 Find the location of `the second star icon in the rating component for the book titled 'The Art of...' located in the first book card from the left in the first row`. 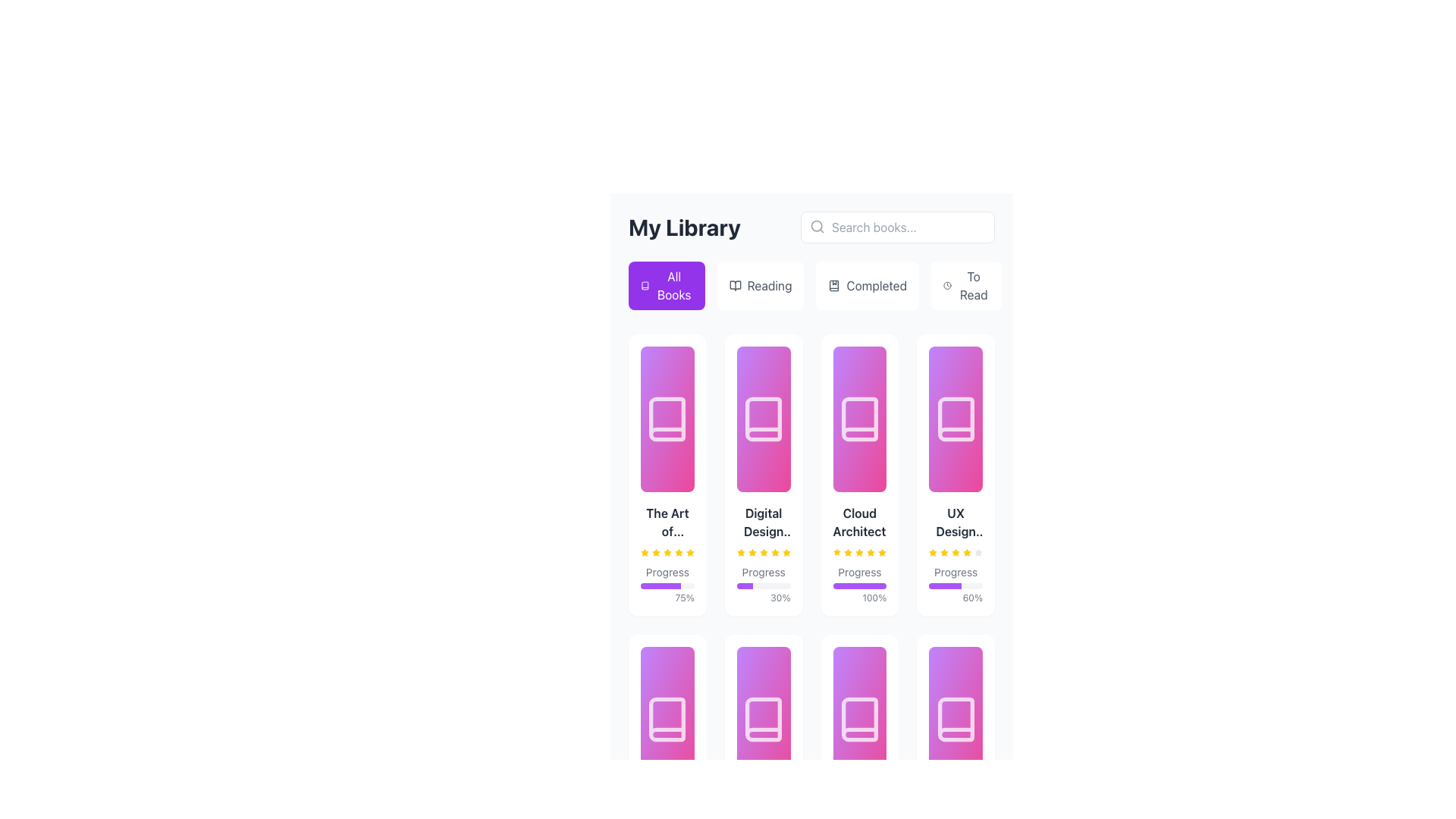

the second star icon in the rating component for the book titled 'The Art of...' located in the first book card from the left in the first row is located at coordinates (656, 552).